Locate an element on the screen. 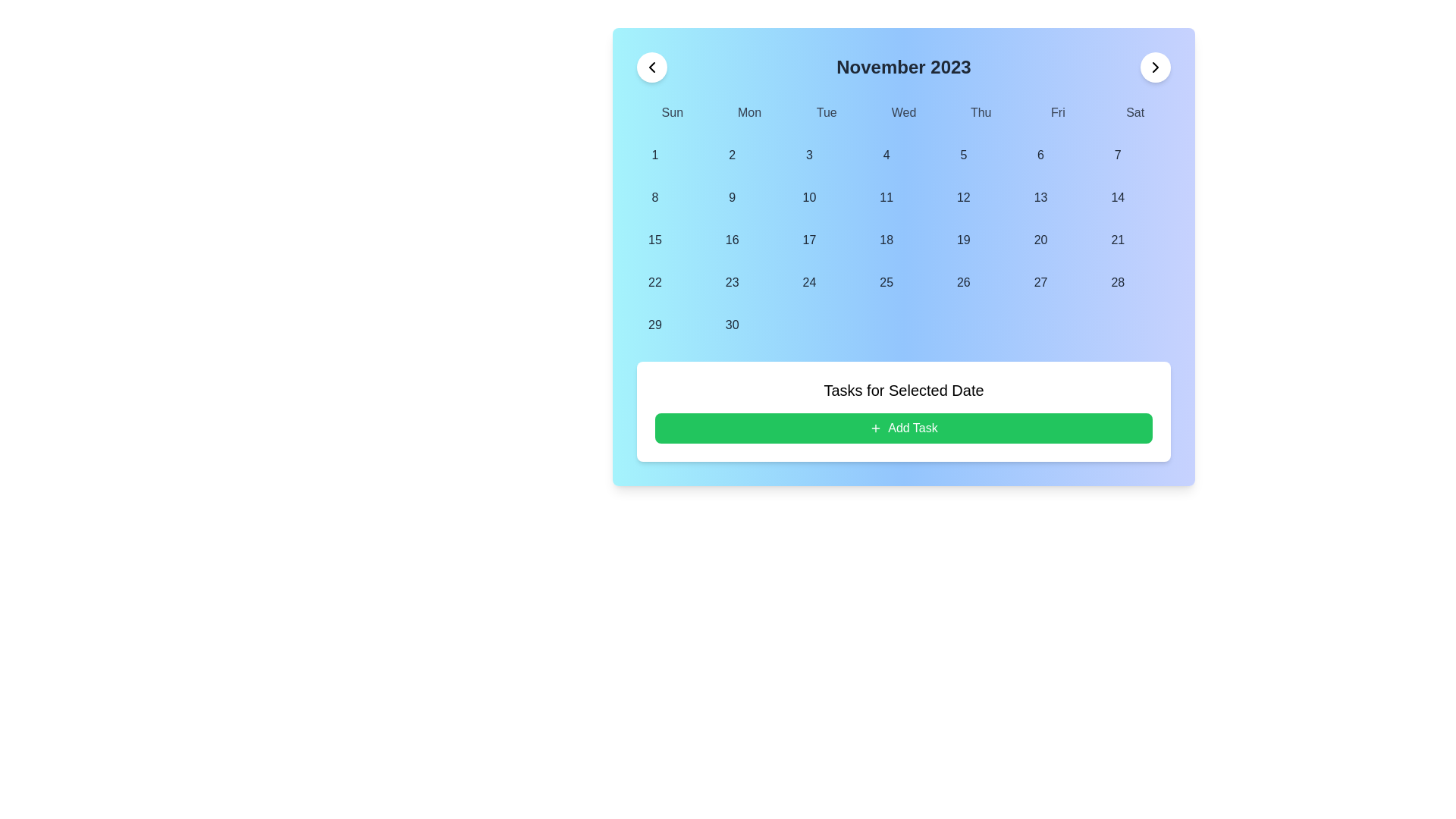 The image size is (1456, 819). the calendar date button '5' is located at coordinates (962, 155).